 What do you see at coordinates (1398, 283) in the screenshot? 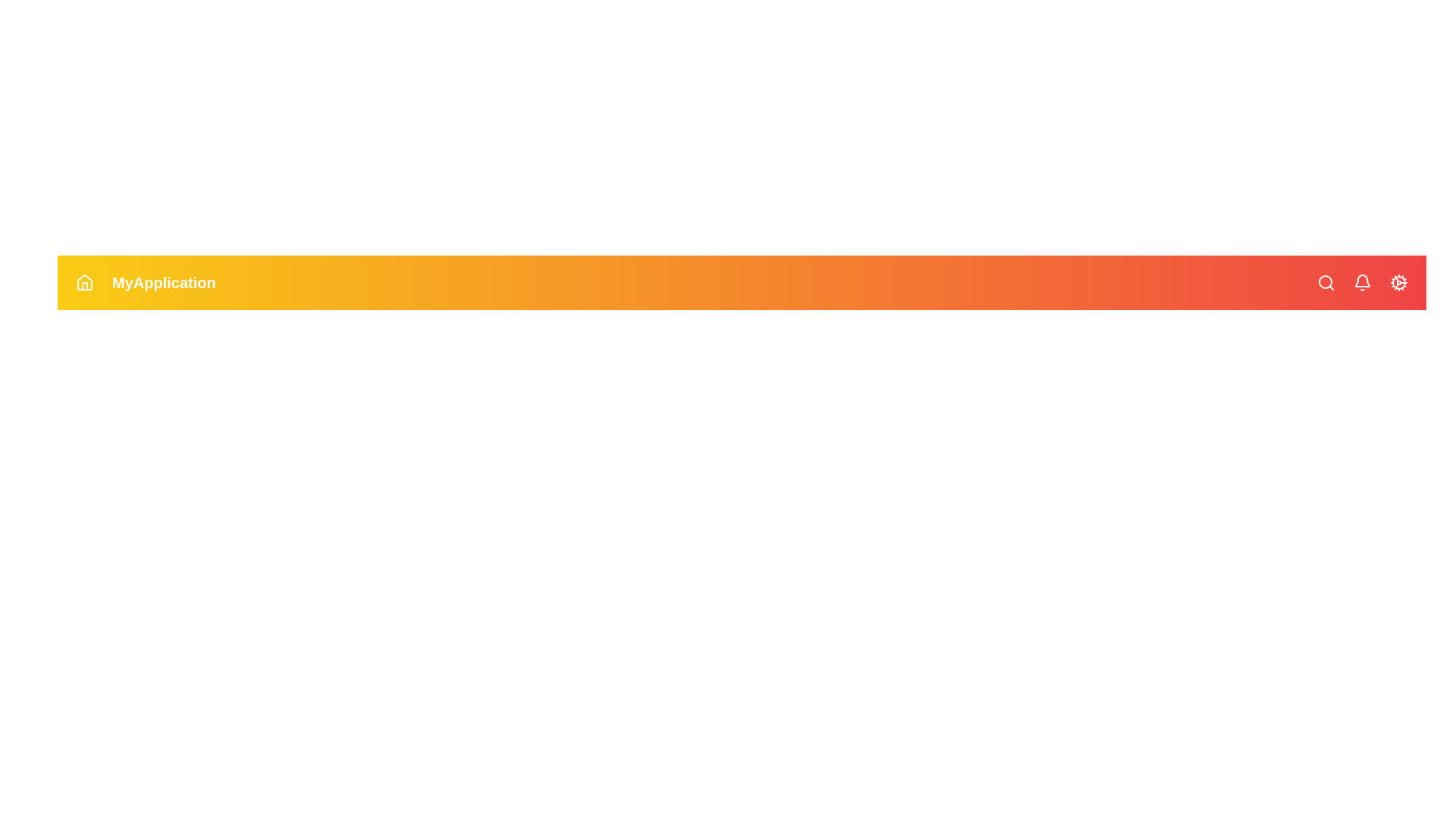
I see `the circular icon that is part of the cogwheel shape located on the far right side of the navigation bar` at bounding box center [1398, 283].